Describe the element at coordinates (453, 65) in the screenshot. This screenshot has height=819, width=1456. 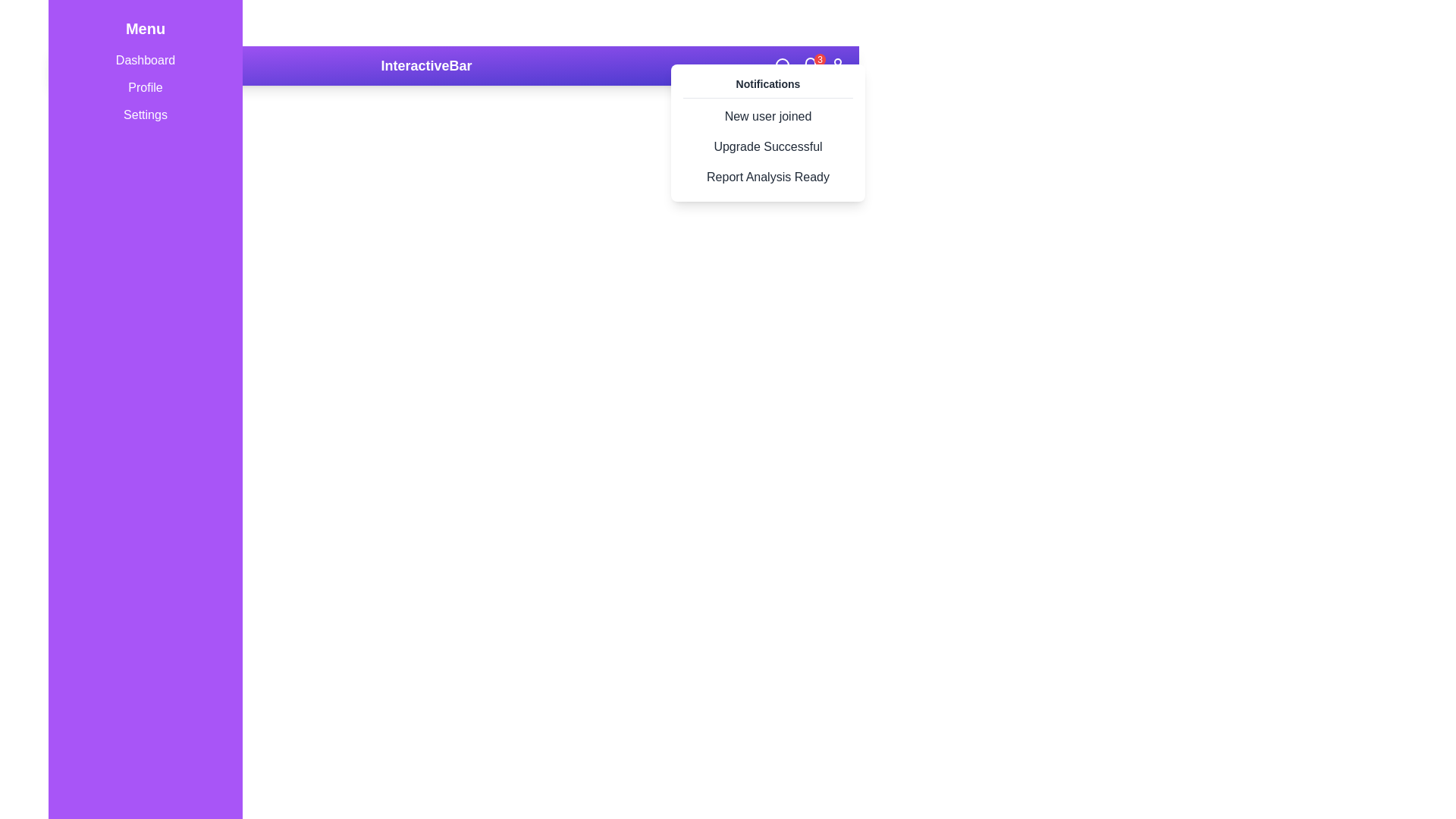
I see `the interactive regions within the Header Bar located at the top center of the interface, which serves as a visual and functional header` at that location.